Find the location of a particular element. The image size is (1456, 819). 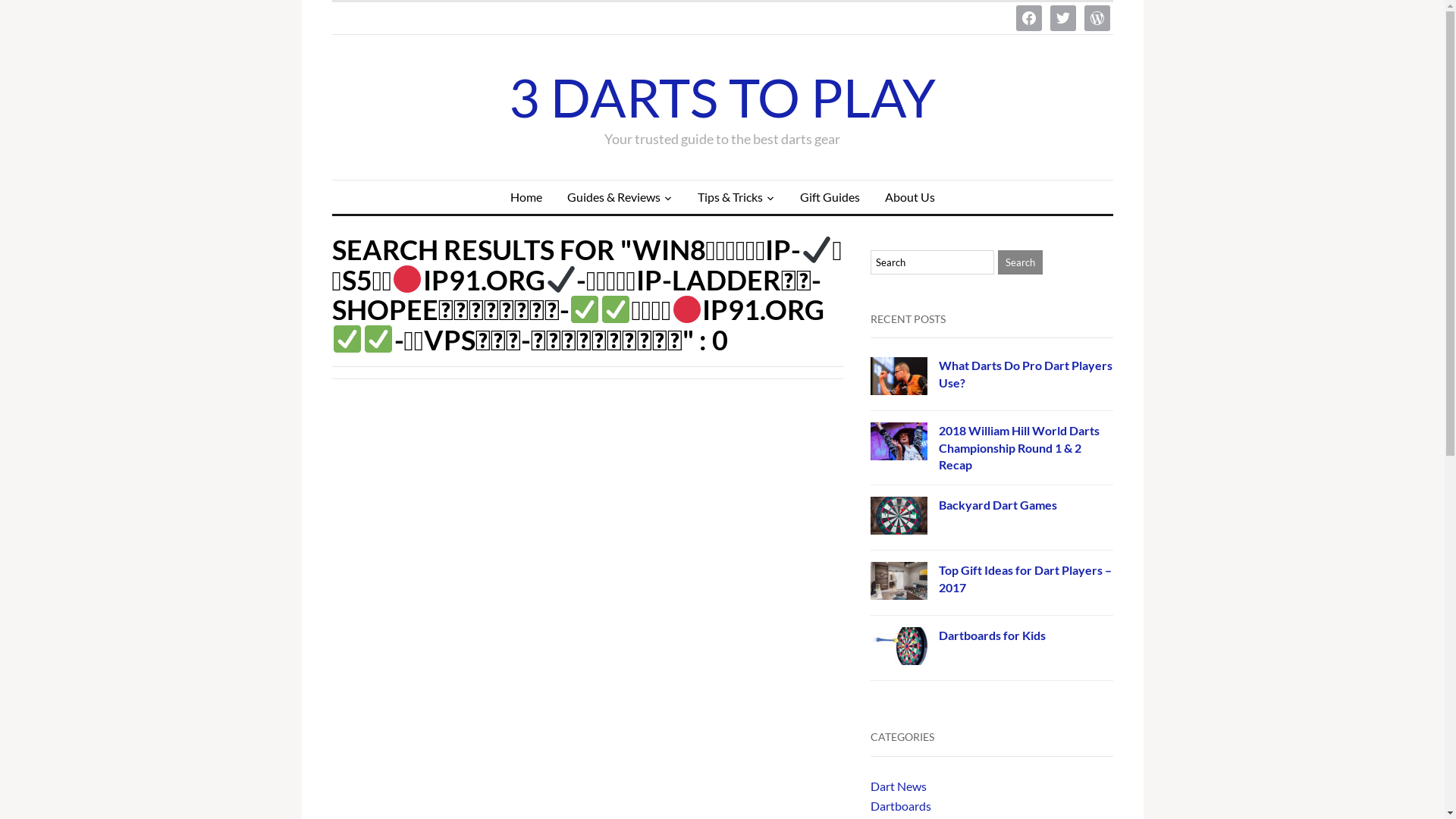

'twitter' is located at coordinates (1062, 17).